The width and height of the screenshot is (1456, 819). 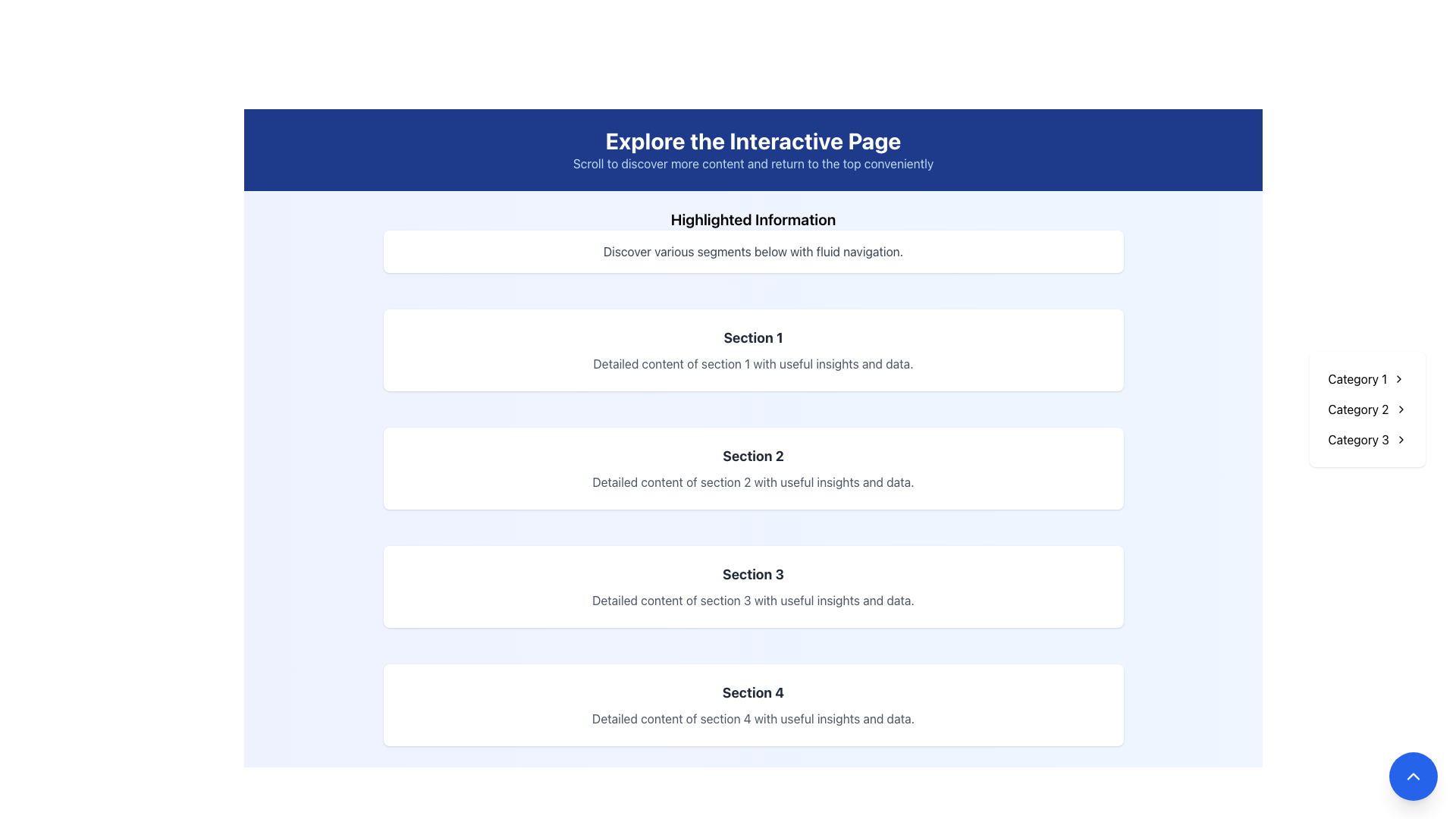 I want to click on the 'Category 2' navigation option to switch to the associated content section, so click(x=1358, y=409).